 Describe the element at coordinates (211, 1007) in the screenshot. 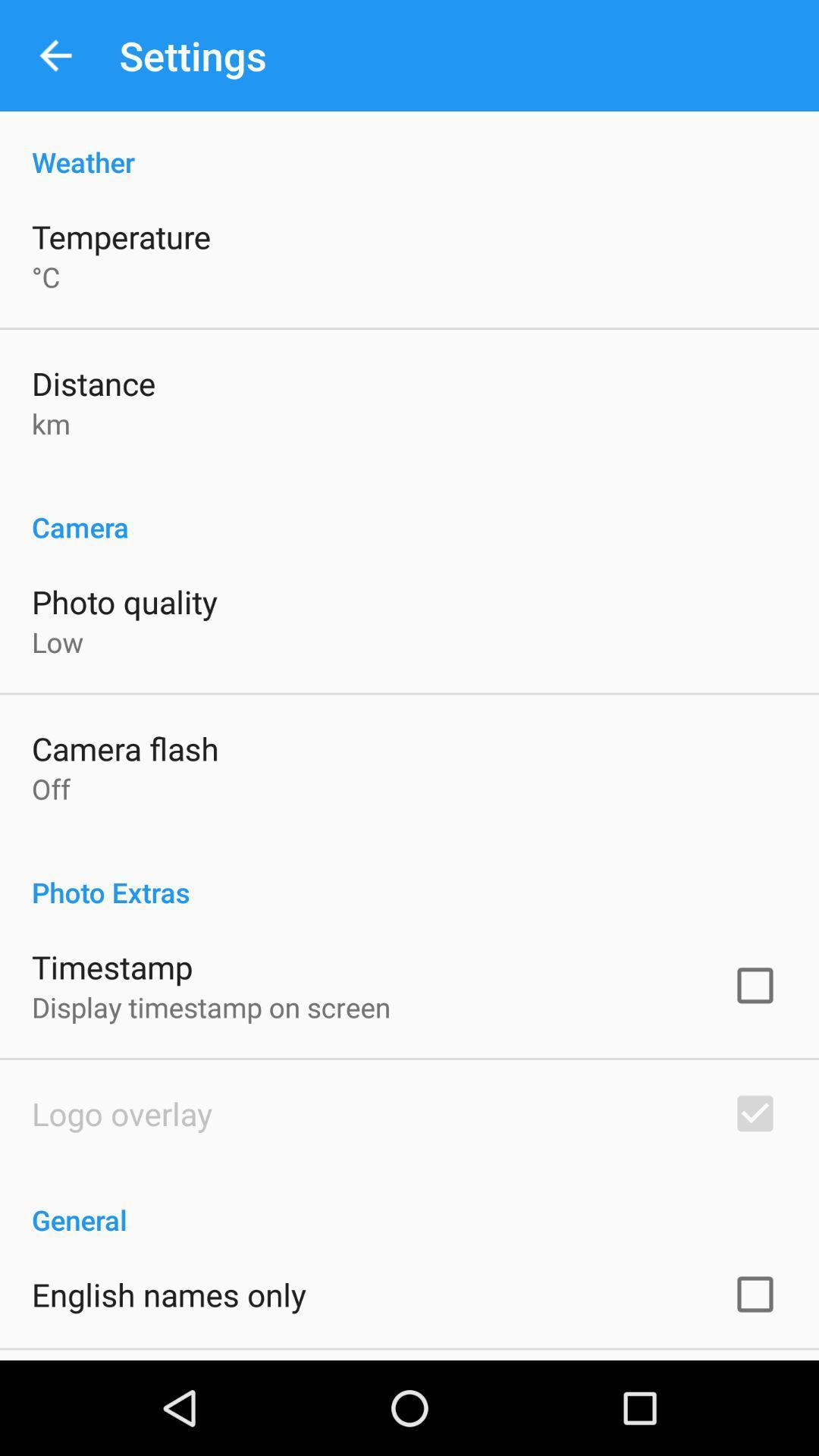

I see `item below the timestamp` at that location.